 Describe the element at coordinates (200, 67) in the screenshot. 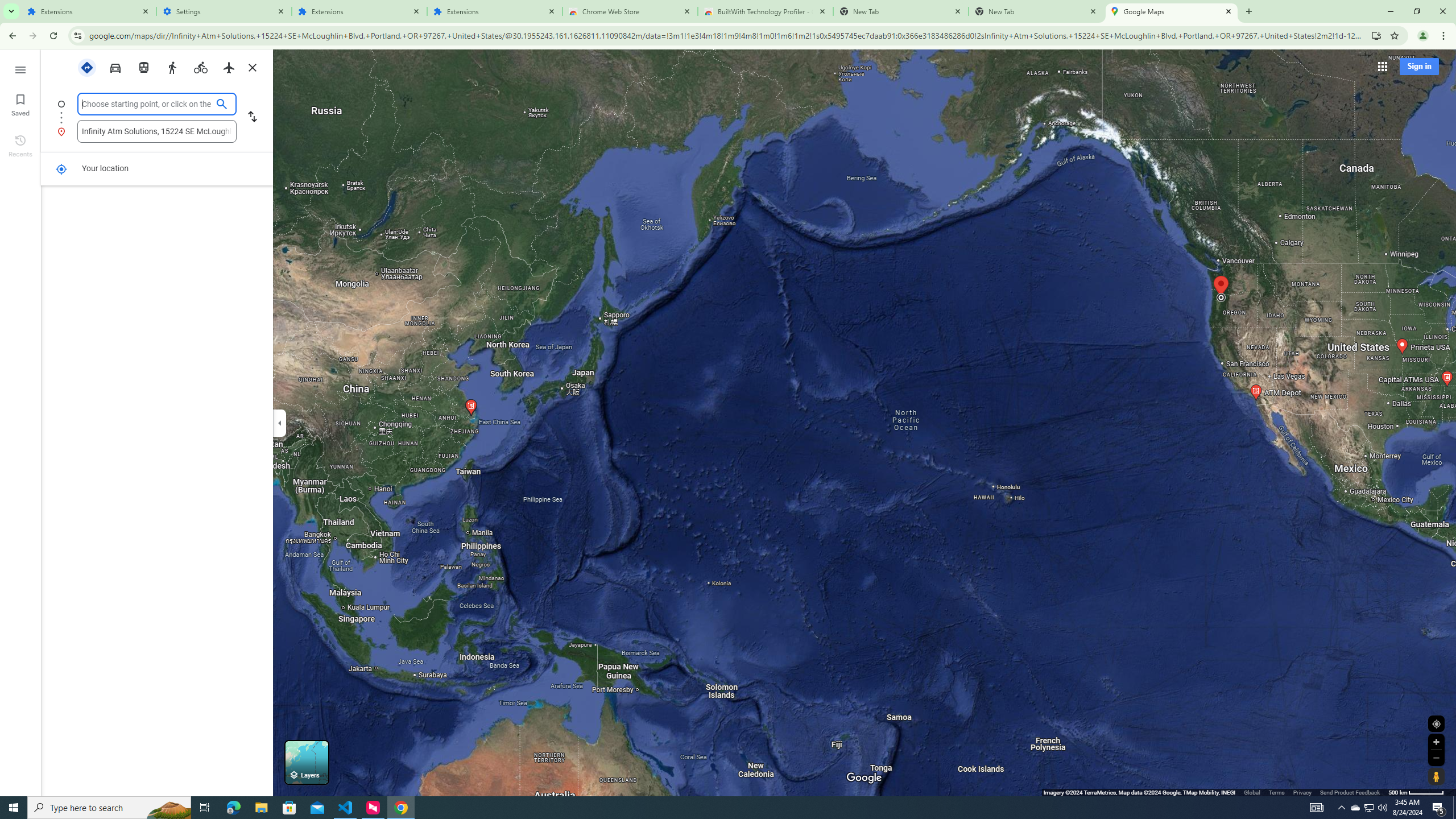

I see `'Cycling'` at that location.